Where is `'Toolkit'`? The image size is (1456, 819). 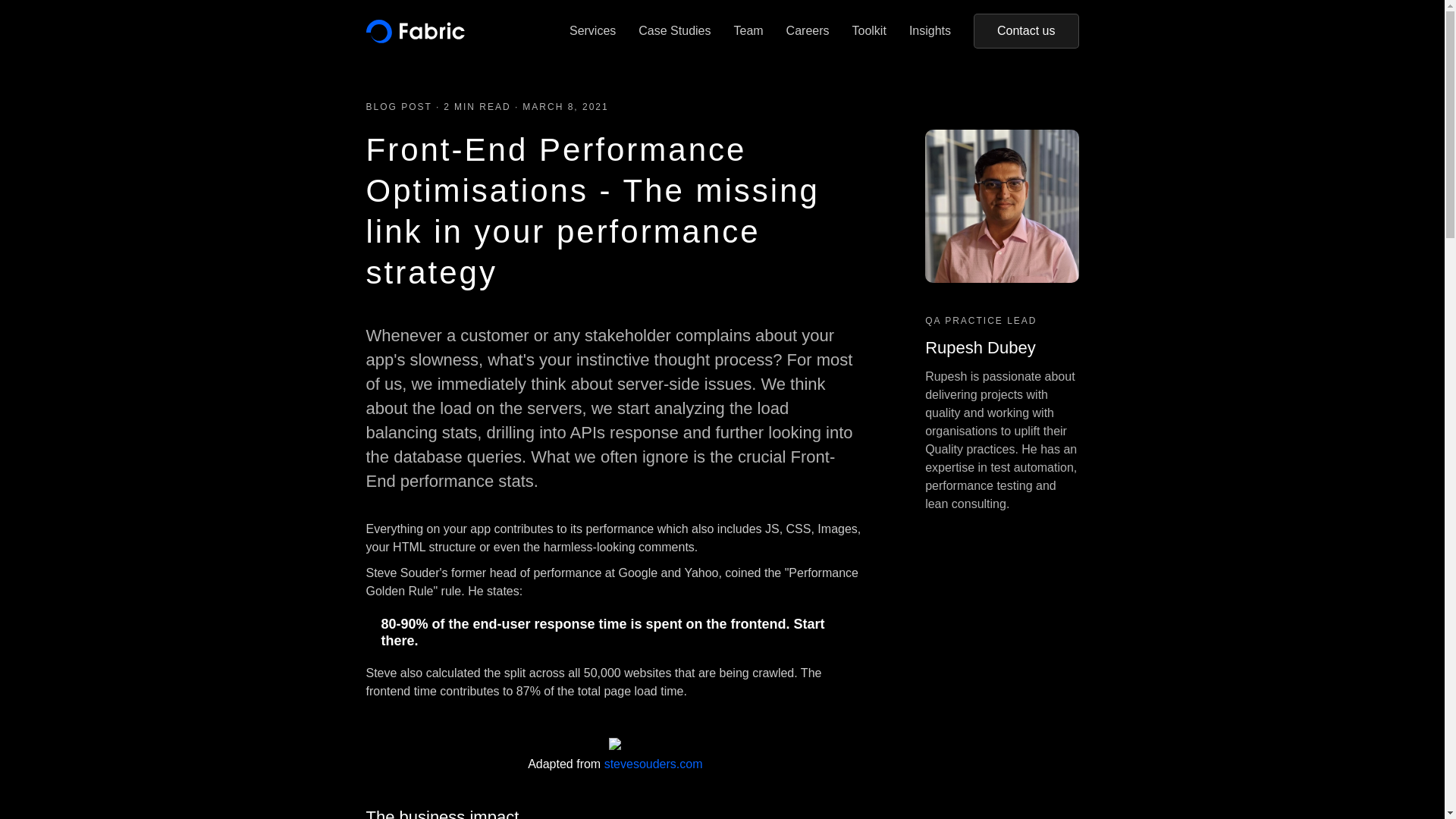 'Toolkit' is located at coordinates (852, 31).